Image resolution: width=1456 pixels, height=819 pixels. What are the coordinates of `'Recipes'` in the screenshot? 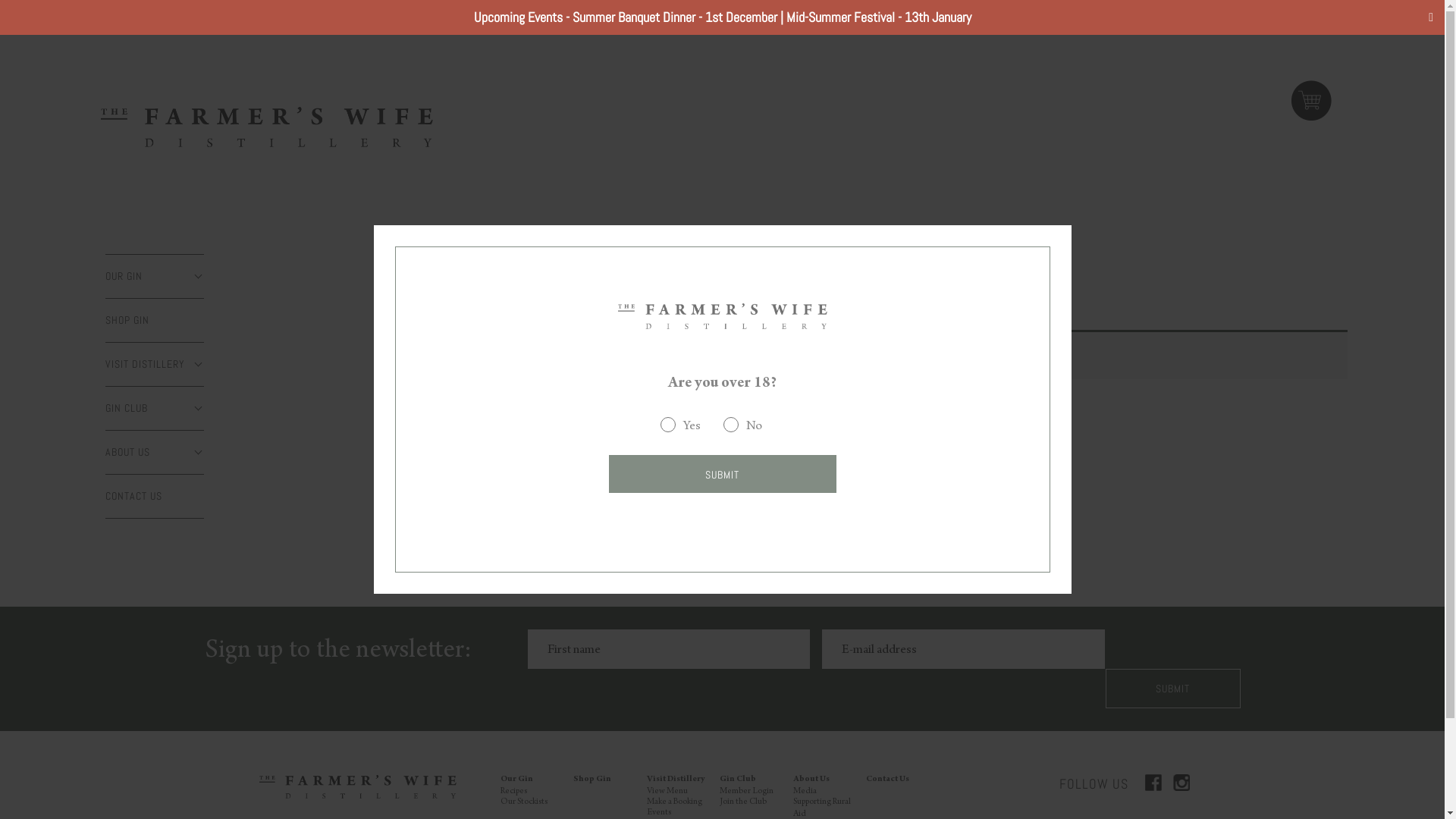 It's located at (513, 791).